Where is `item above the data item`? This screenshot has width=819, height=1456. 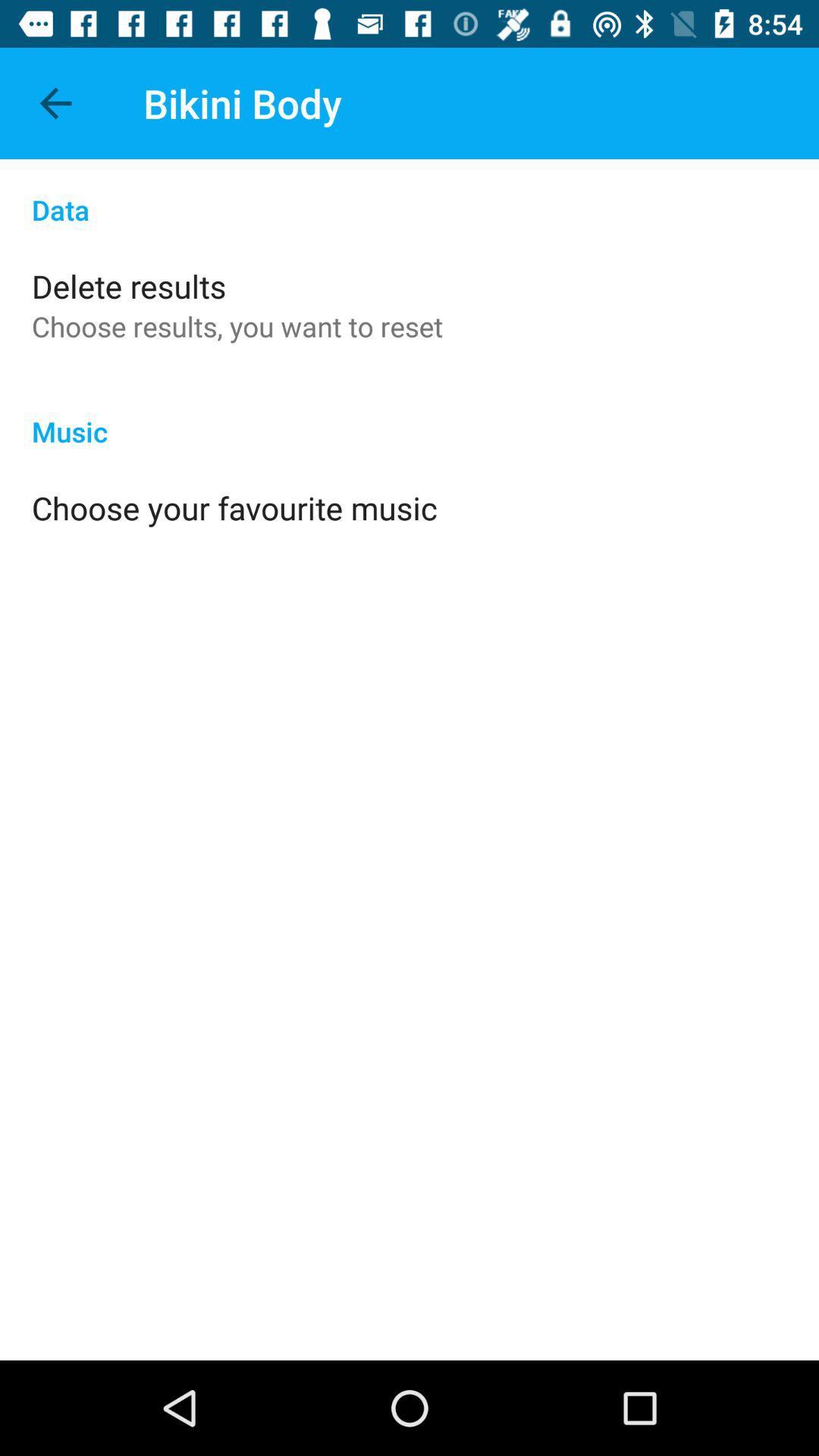 item above the data item is located at coordinates (55, 102).